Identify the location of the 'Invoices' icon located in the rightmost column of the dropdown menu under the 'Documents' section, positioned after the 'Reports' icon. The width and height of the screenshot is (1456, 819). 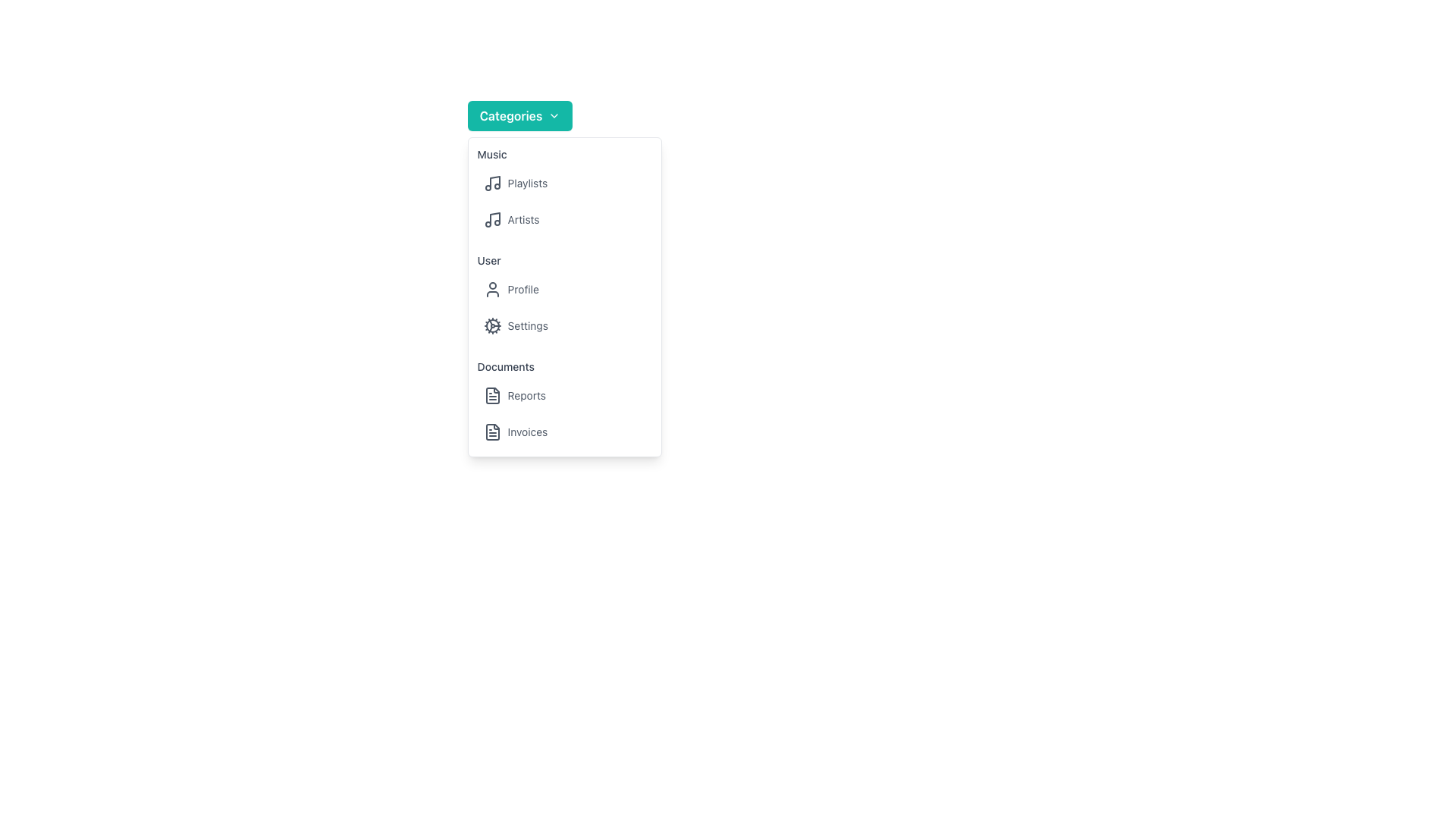
(492, 394).